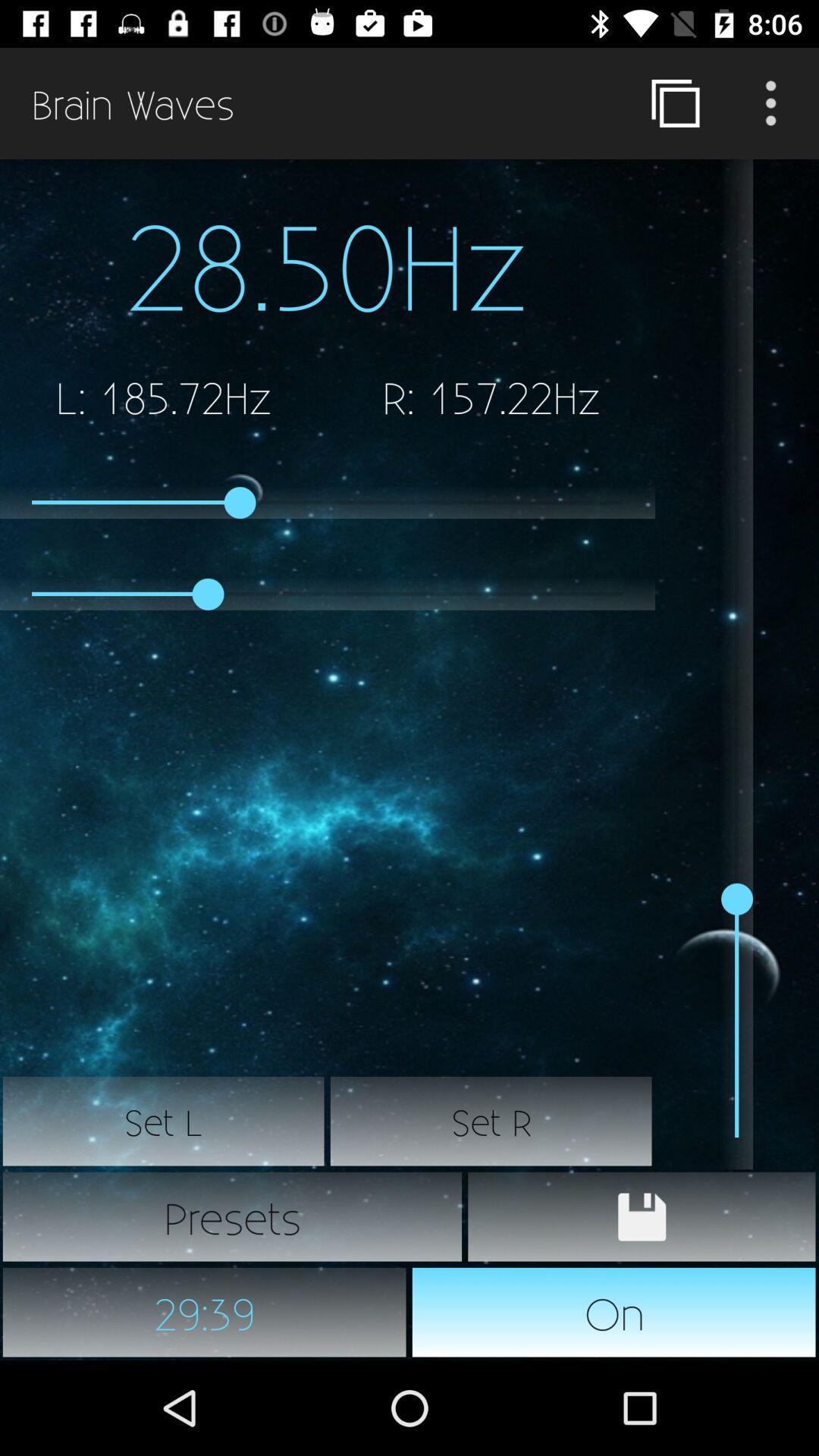 The height and width of the screenshot is (1456, 819). I want to click on item below the set l icon, so click(232, 1216).